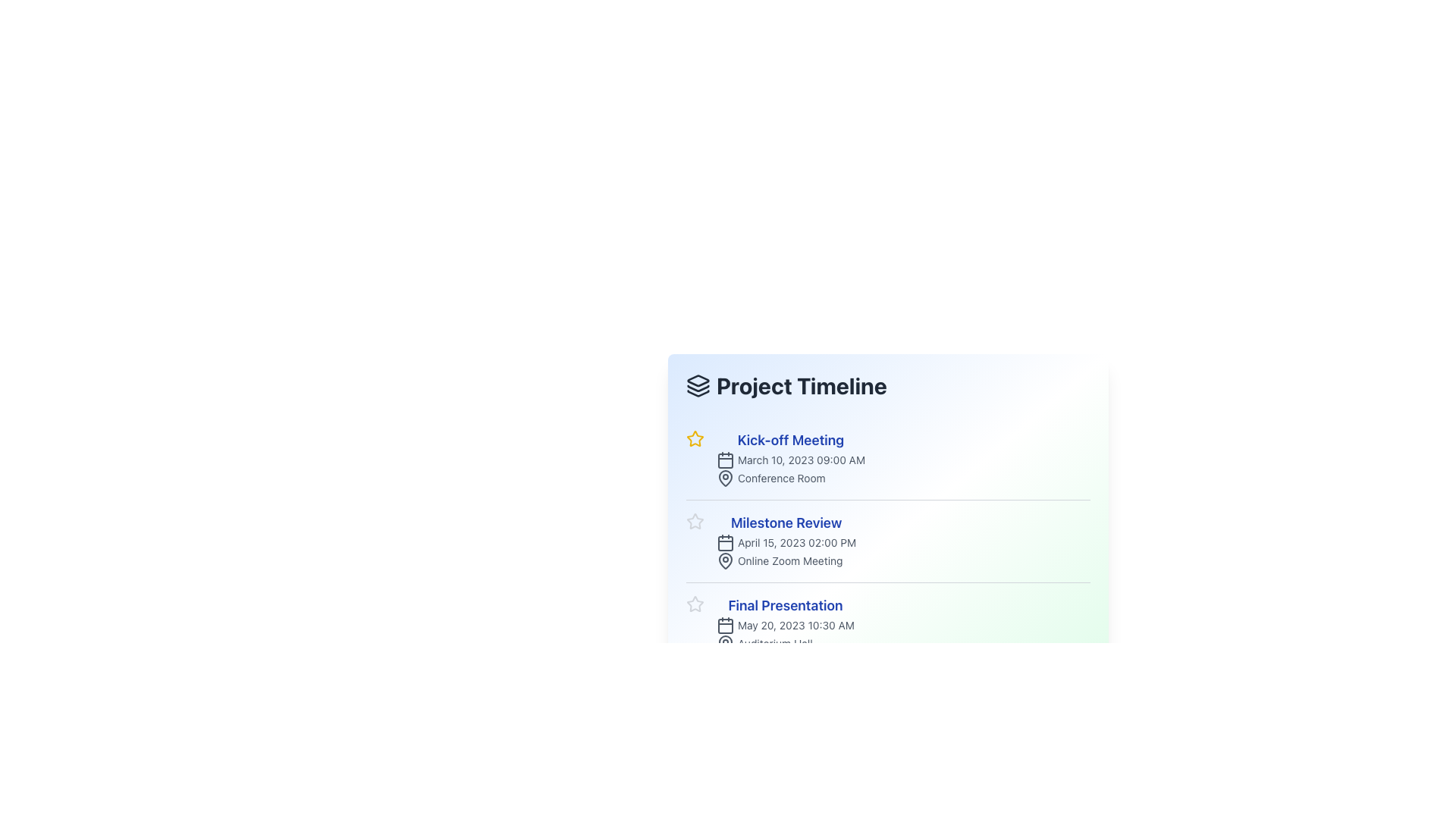  Describe the element at coordinates (724, 479) in the screenshot. I see `the map pin icon that indicates the geographic location of the 'Conference Room' for the 'Kick-off Meeting' in the 'Project Timeline' section` at that location.